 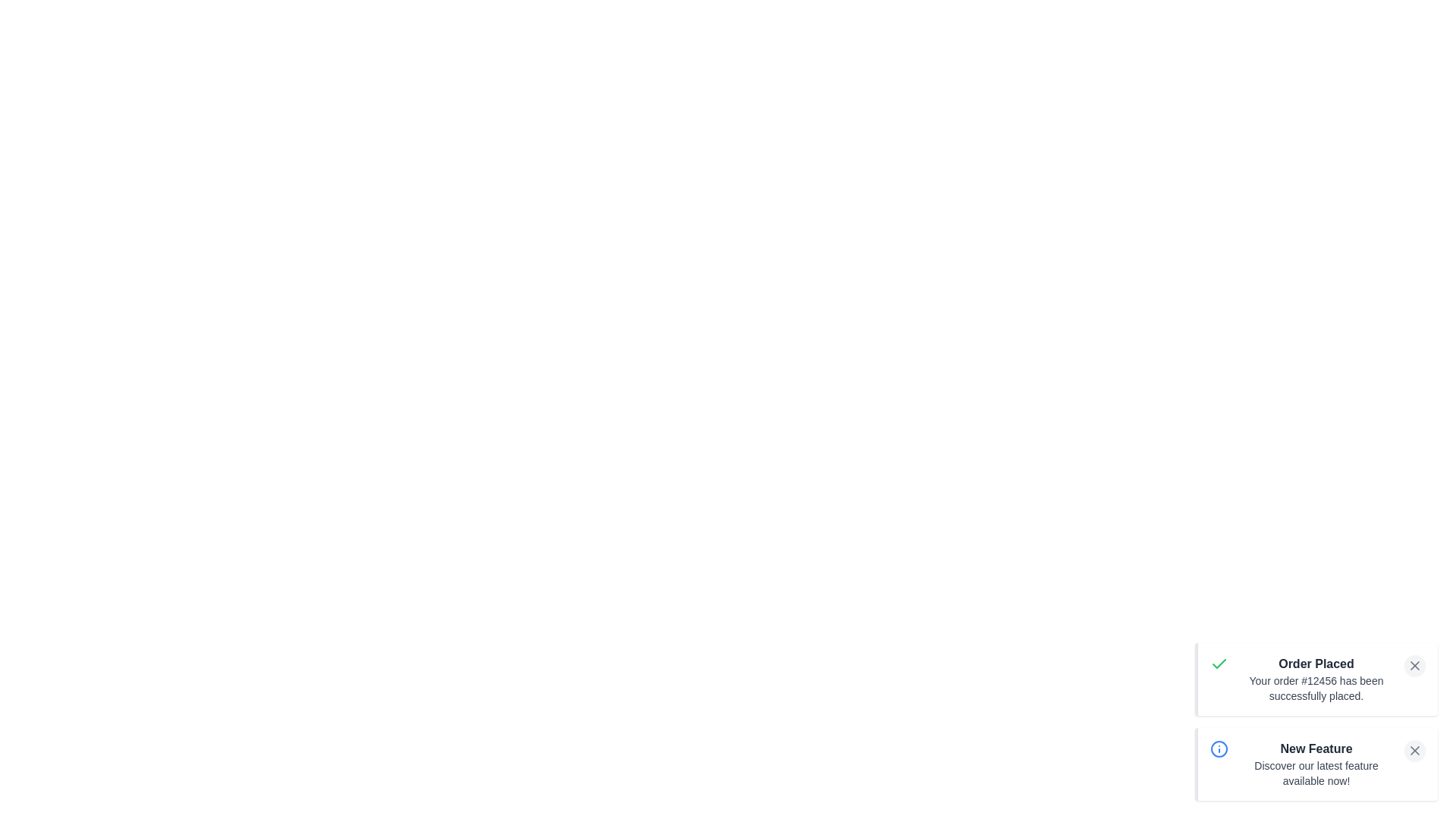 What do you see at coordinates (1316, 721) in the screenshot?
I see `the notification area to focus on it` at bounding box center [1316, 721].